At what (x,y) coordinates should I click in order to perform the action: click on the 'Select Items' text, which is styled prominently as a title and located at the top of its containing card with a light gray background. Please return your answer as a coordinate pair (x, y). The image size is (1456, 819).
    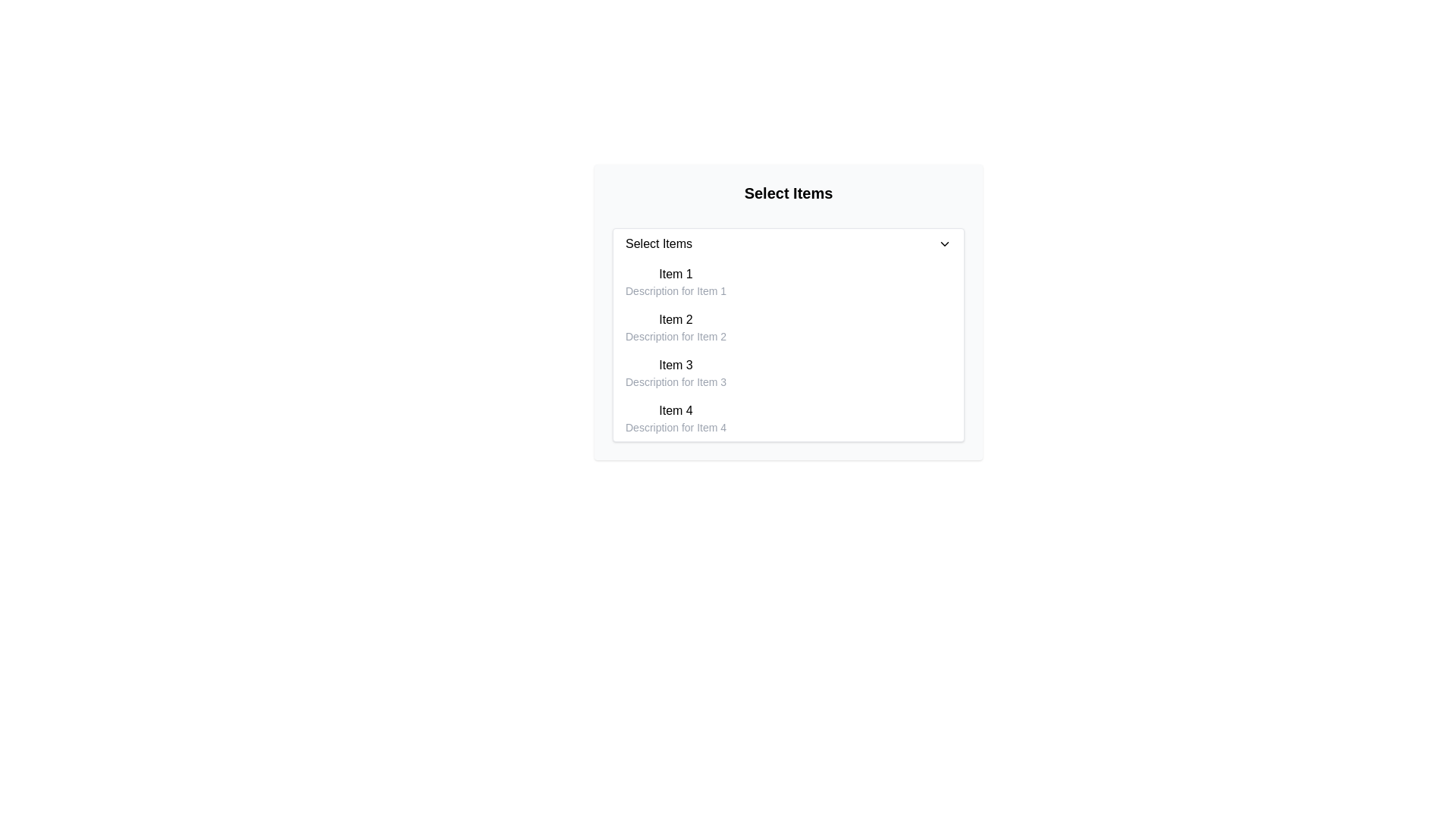
    Looking at the image, I should click on (789, 192).